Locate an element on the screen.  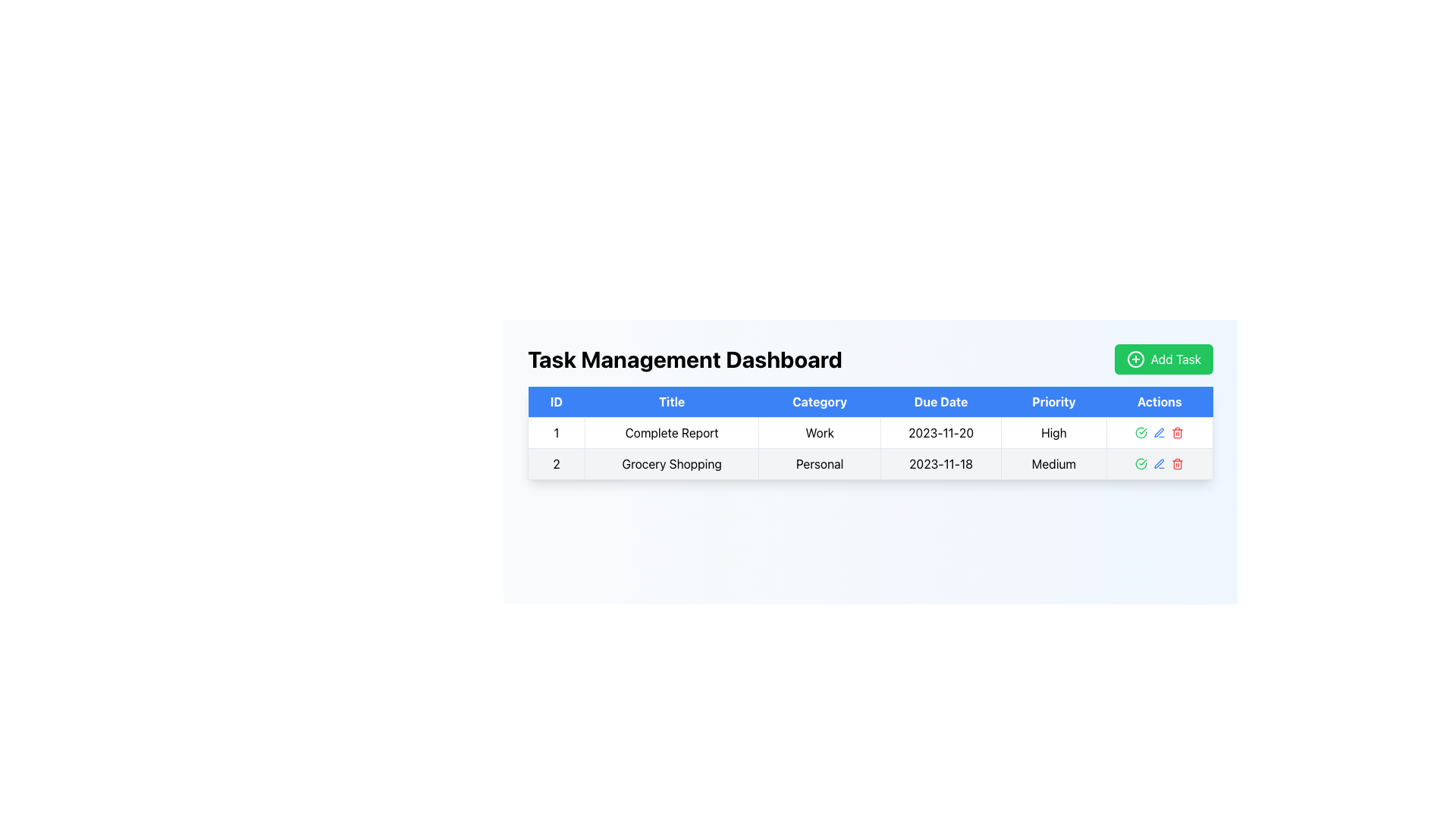
the 'Title' column header in the table, which is the second header from the left, located between 'ID' and 'Category' is located at coordinates (671, 401).